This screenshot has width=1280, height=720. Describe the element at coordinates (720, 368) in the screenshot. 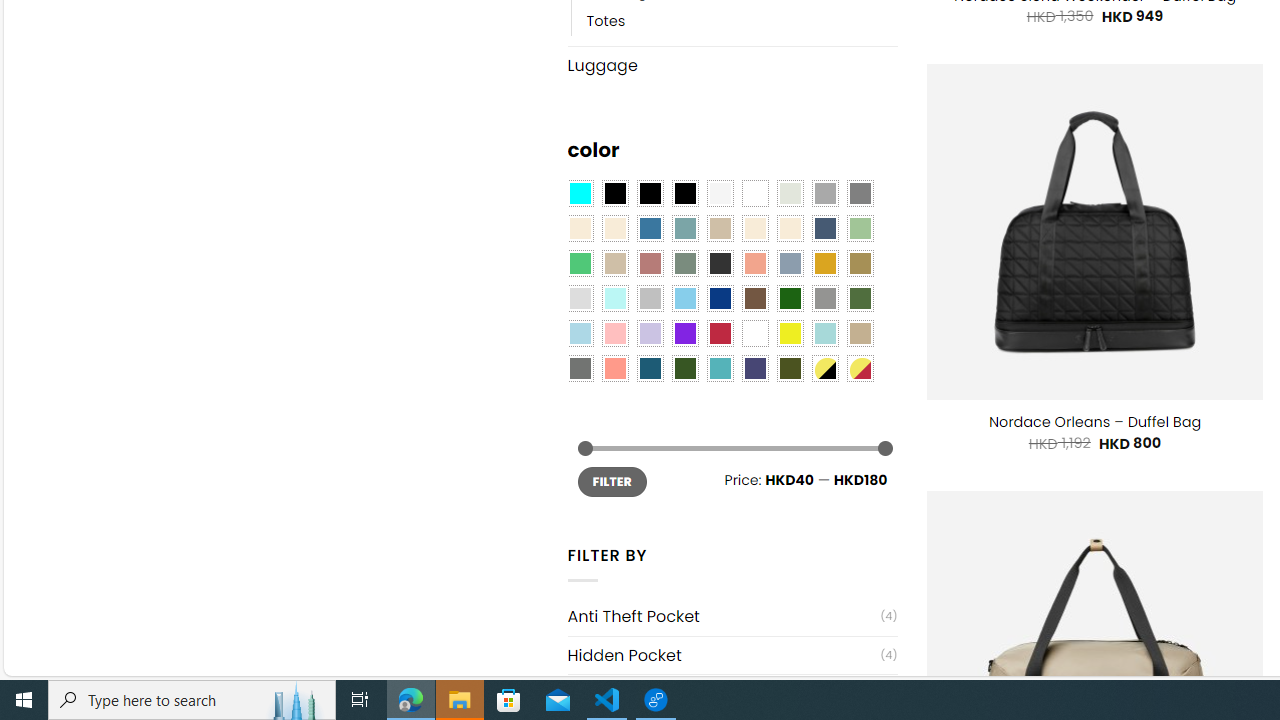

I see `'Teal'` at that location.